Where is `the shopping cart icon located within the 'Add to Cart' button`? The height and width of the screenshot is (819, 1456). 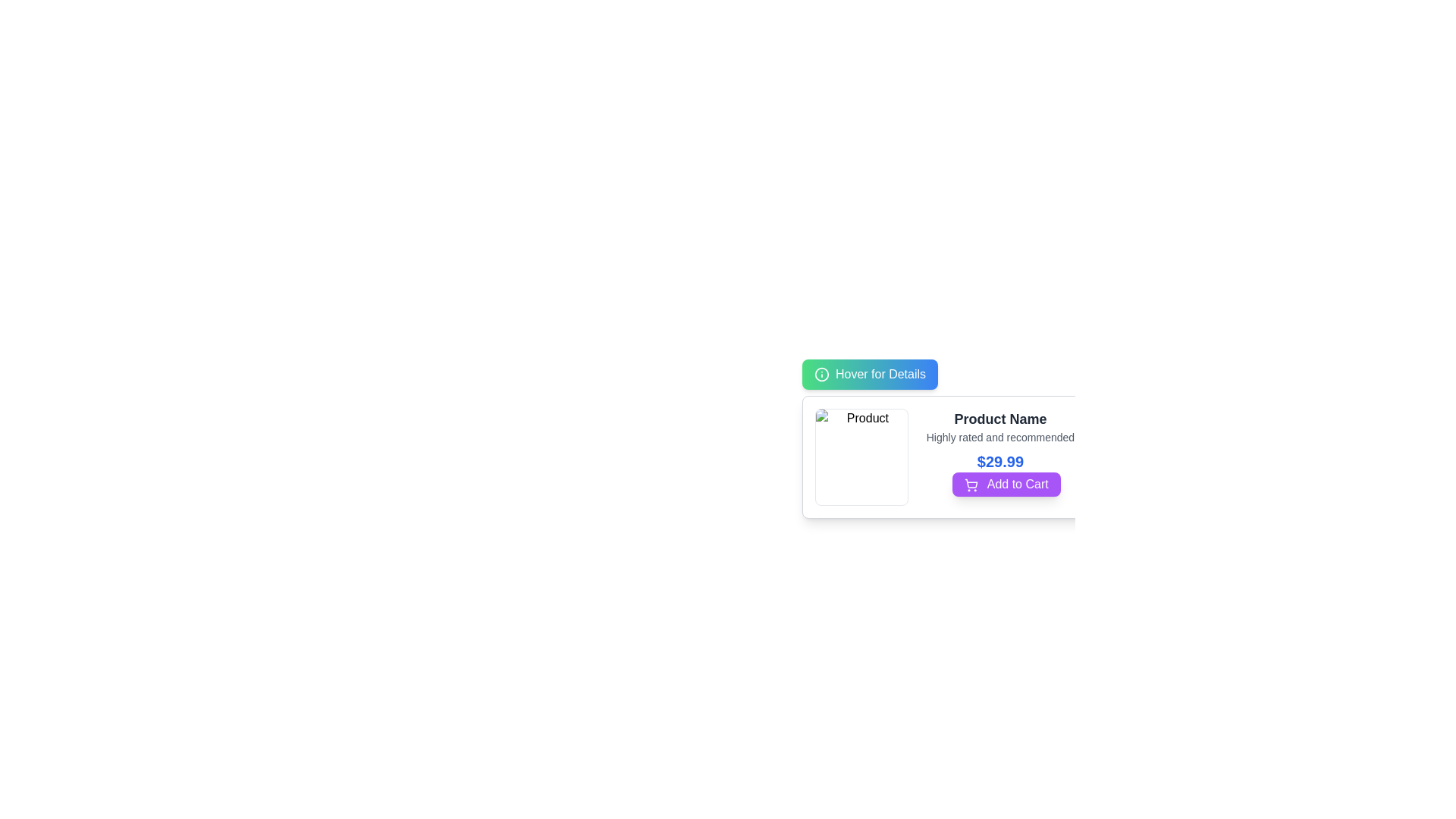
the shopping cart icon located within the 'Add to Cart' button is located at coordinates (971, 485).